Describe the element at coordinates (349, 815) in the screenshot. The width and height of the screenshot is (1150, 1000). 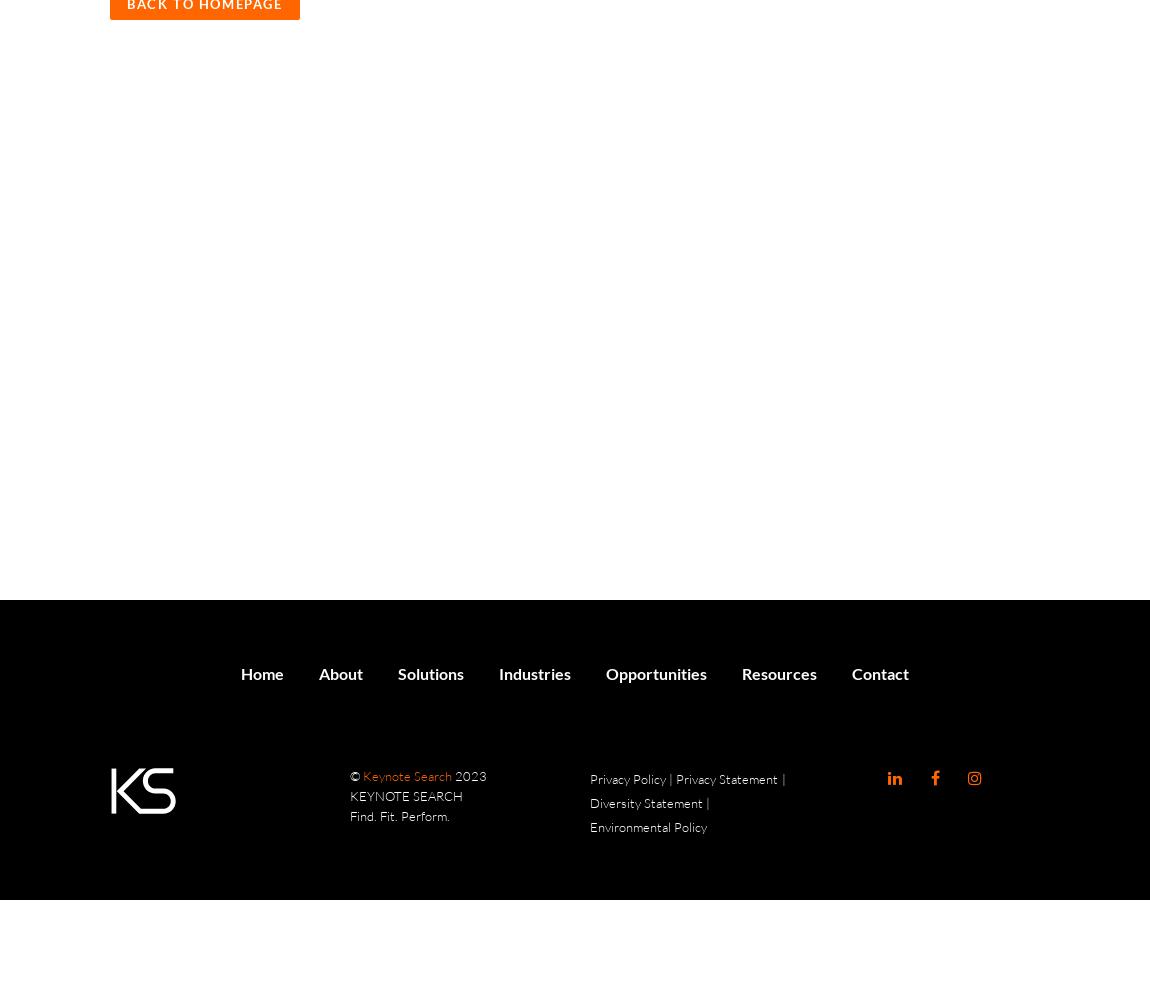
I see `'Find. Fit. Perform.'` at that location.